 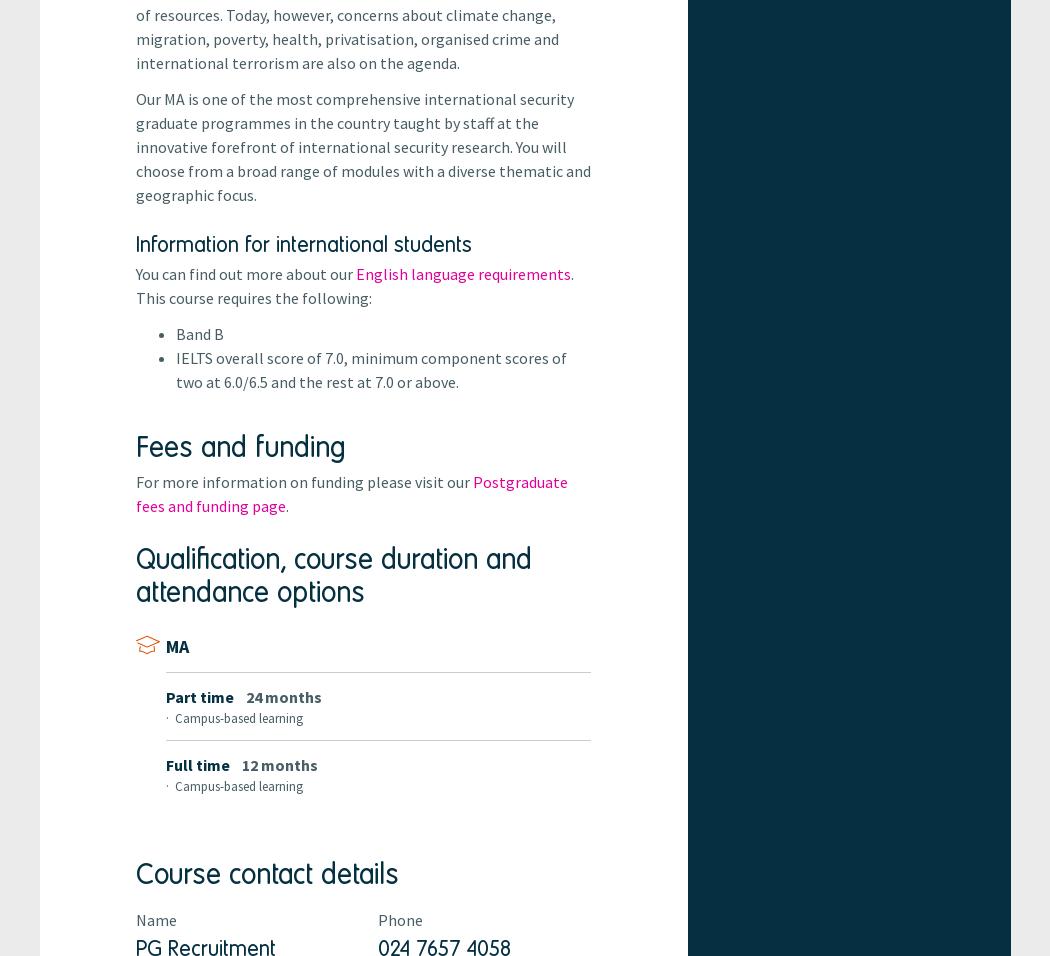 What do you see at coordinates (303, 242) in the screenshot?
I see `'Information for international students'` at bounding box center [303, 242].